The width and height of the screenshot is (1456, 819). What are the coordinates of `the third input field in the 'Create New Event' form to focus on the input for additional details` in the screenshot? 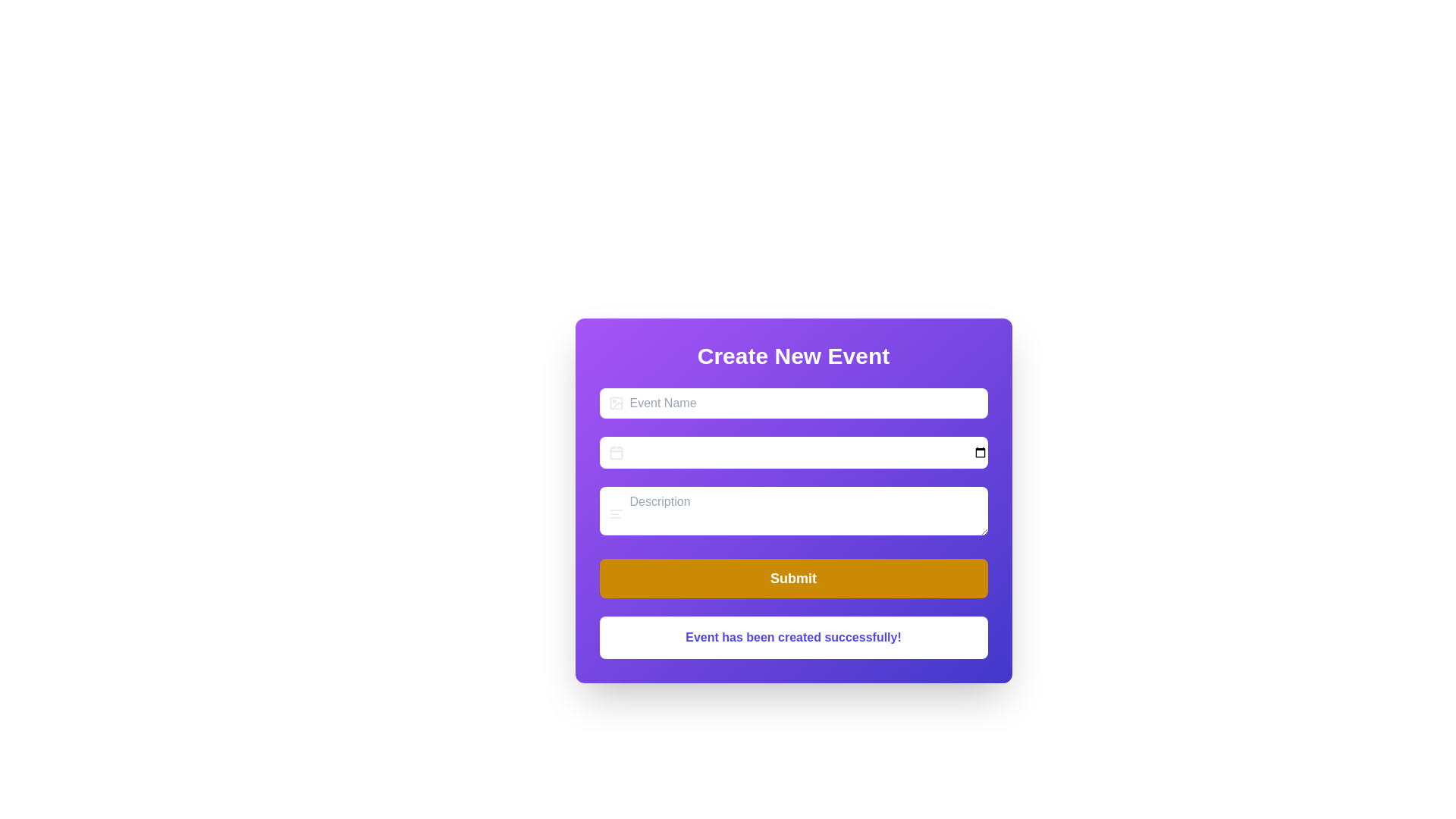 It's located at (792, 513).